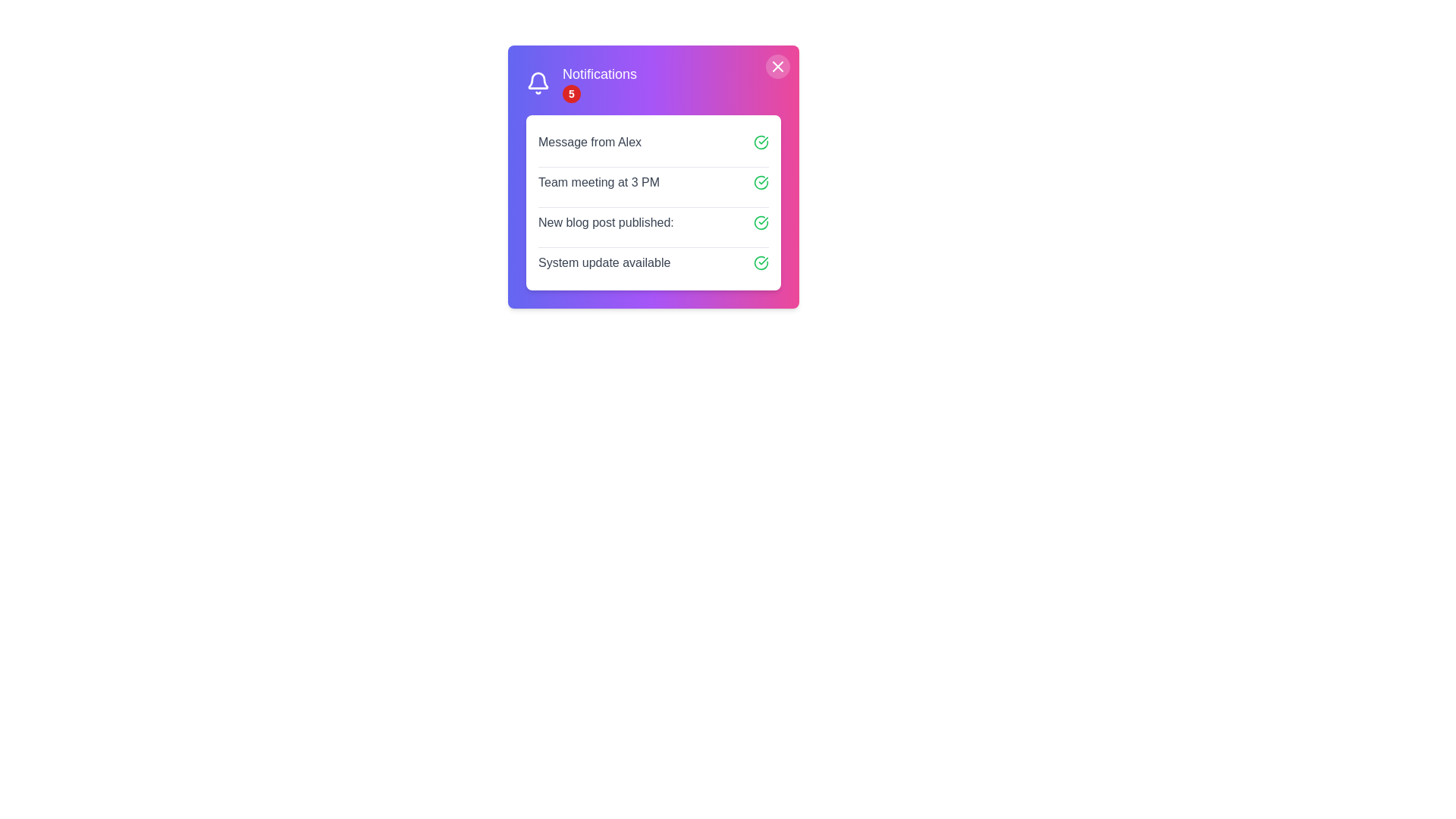 This screenshot has width=1456, height=819. What do you see at coordinates (654, 222) in the screenshot?
I see `the information in the third notification message, which indicates a newly published blog post and is visually represented by a green checkmark icon` at bounding box center [654, 222].